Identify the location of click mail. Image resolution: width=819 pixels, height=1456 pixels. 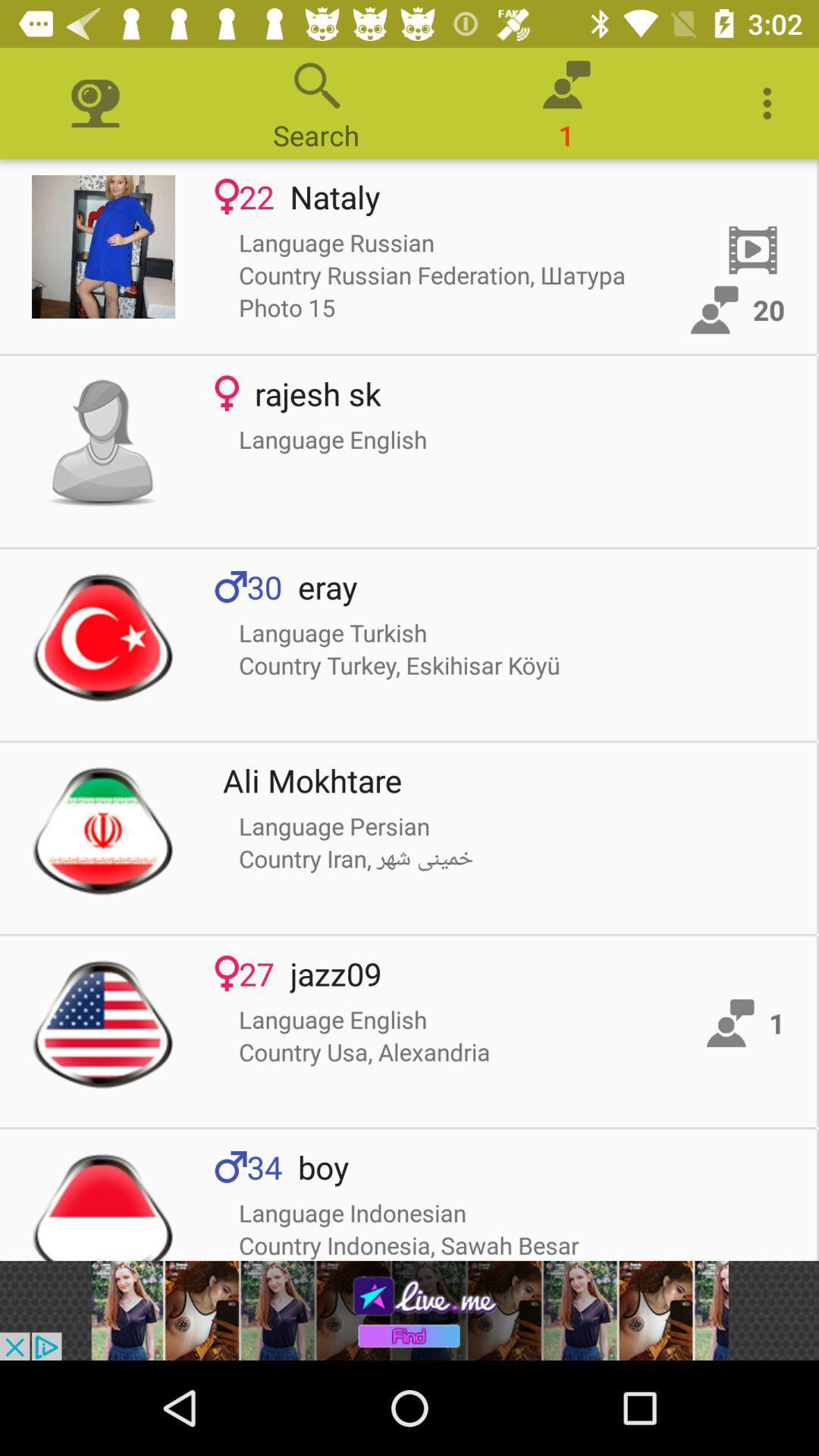
(102, 246).